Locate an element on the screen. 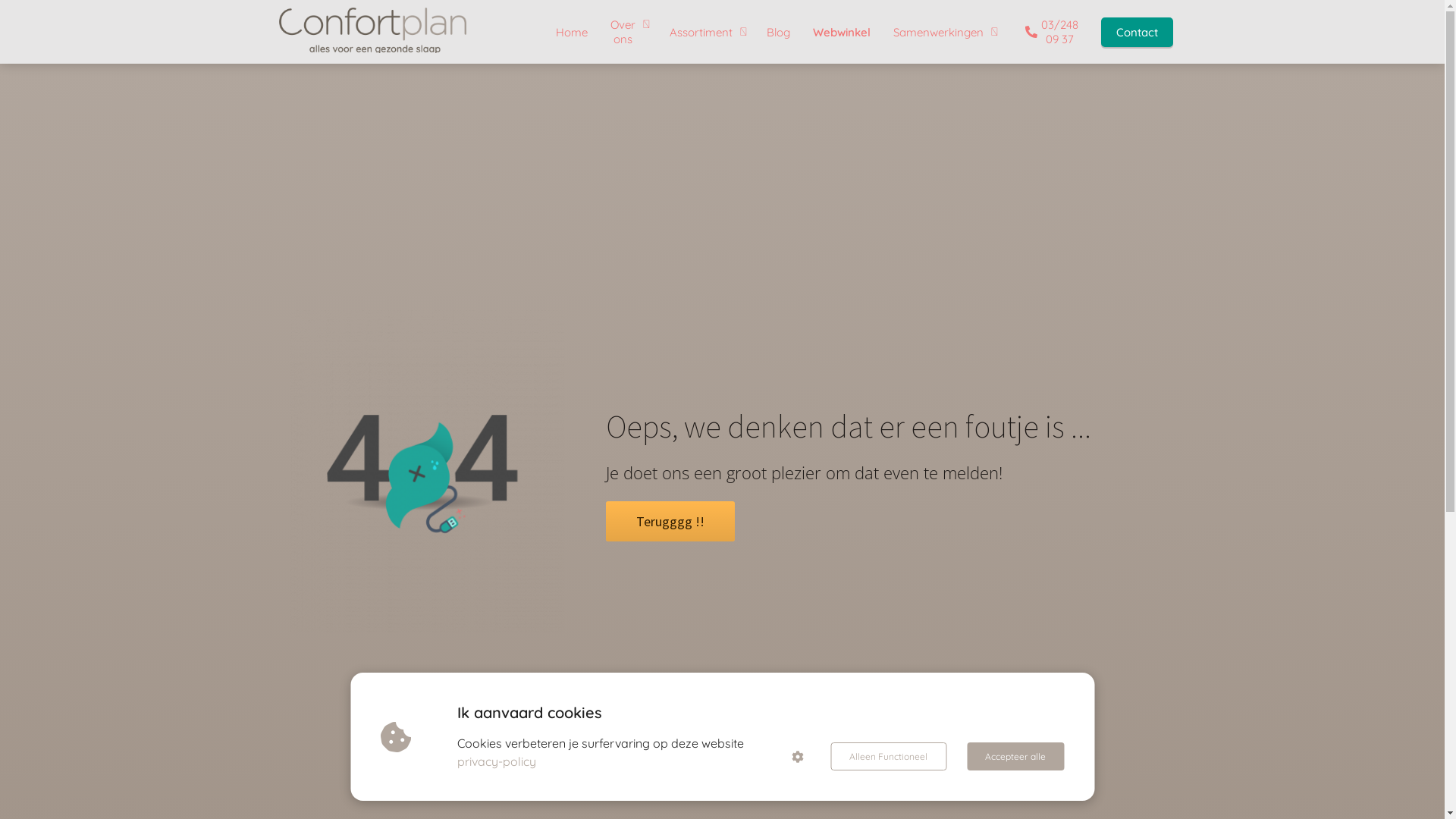  'Home' is located at coordinates (570, 32).